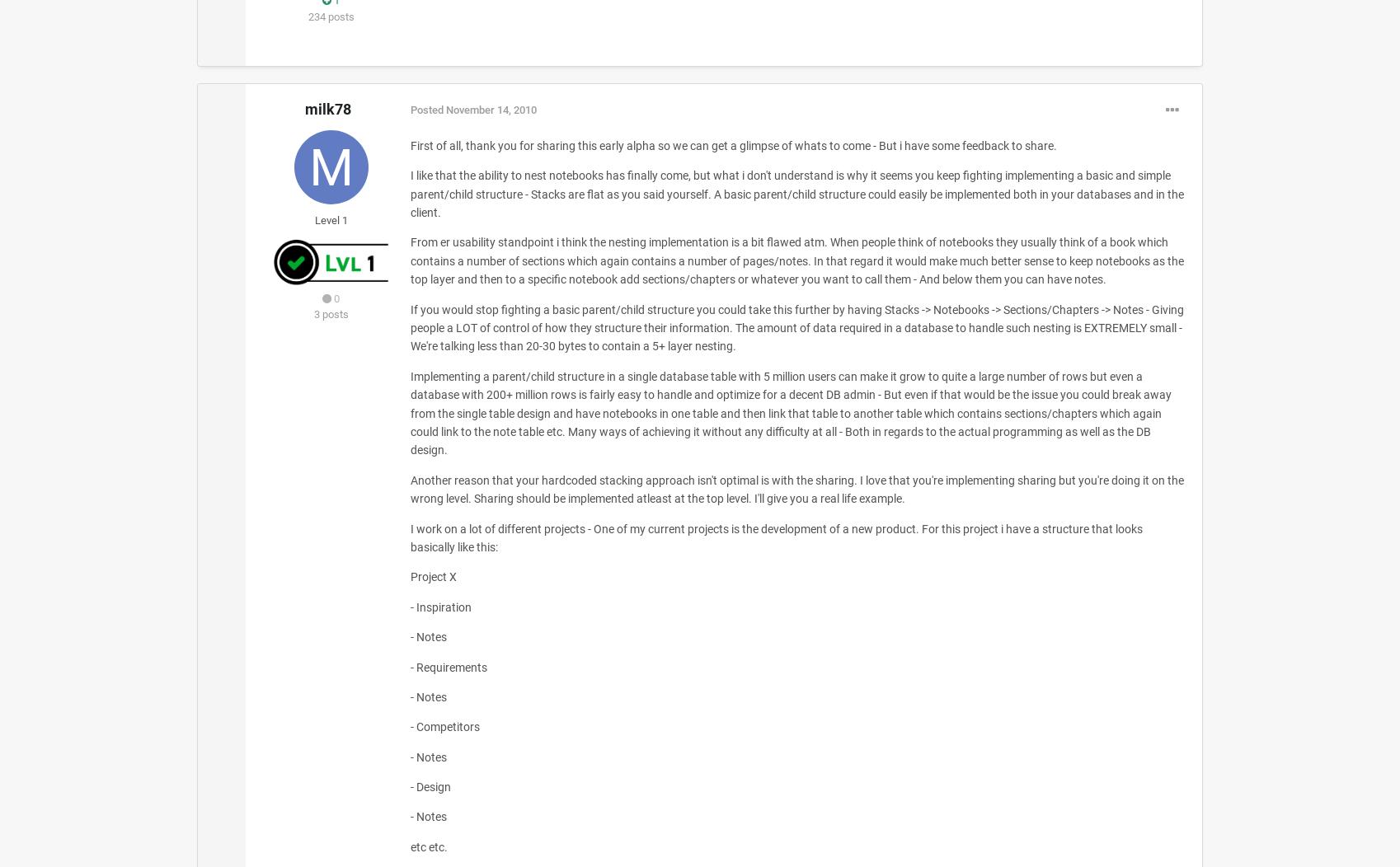  I want to click on 'I like that the ability to nest notebooks has finally come, but what i don't understand is why it seems you keep fighting implementing a basic and simple parent/child structure - Stacks are flat as you said yourself. A basic parent/child structure could easily be implemented both in your databases and in the client.', so click(409, 193).